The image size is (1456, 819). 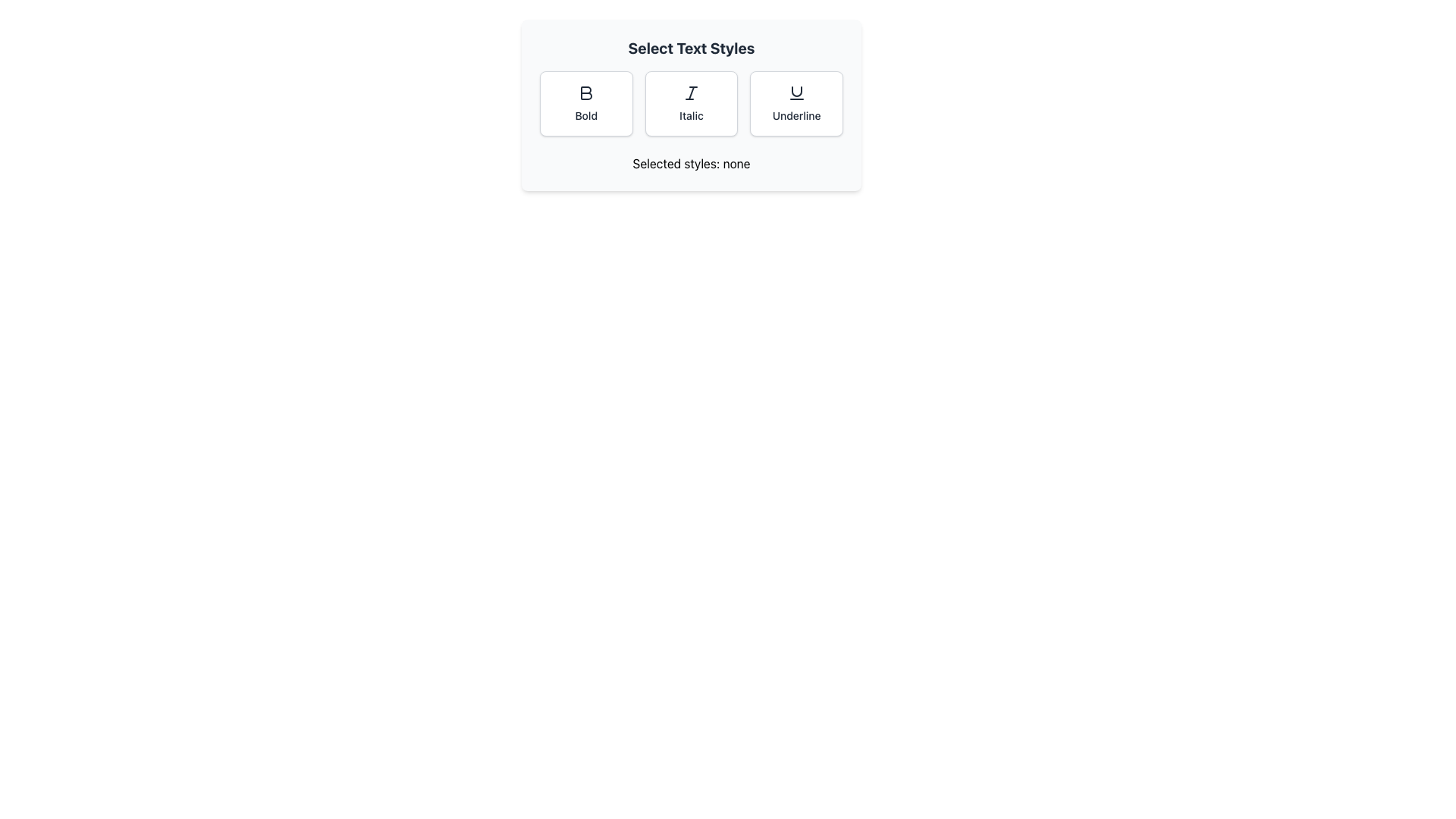 What do you see at coordinates (691, 164) in the screenshot?
I see `the static text label displaying 'Selected styles: none' at the bottom of the card titled 'Select Text Styles'` at bounding box center [691, 164].